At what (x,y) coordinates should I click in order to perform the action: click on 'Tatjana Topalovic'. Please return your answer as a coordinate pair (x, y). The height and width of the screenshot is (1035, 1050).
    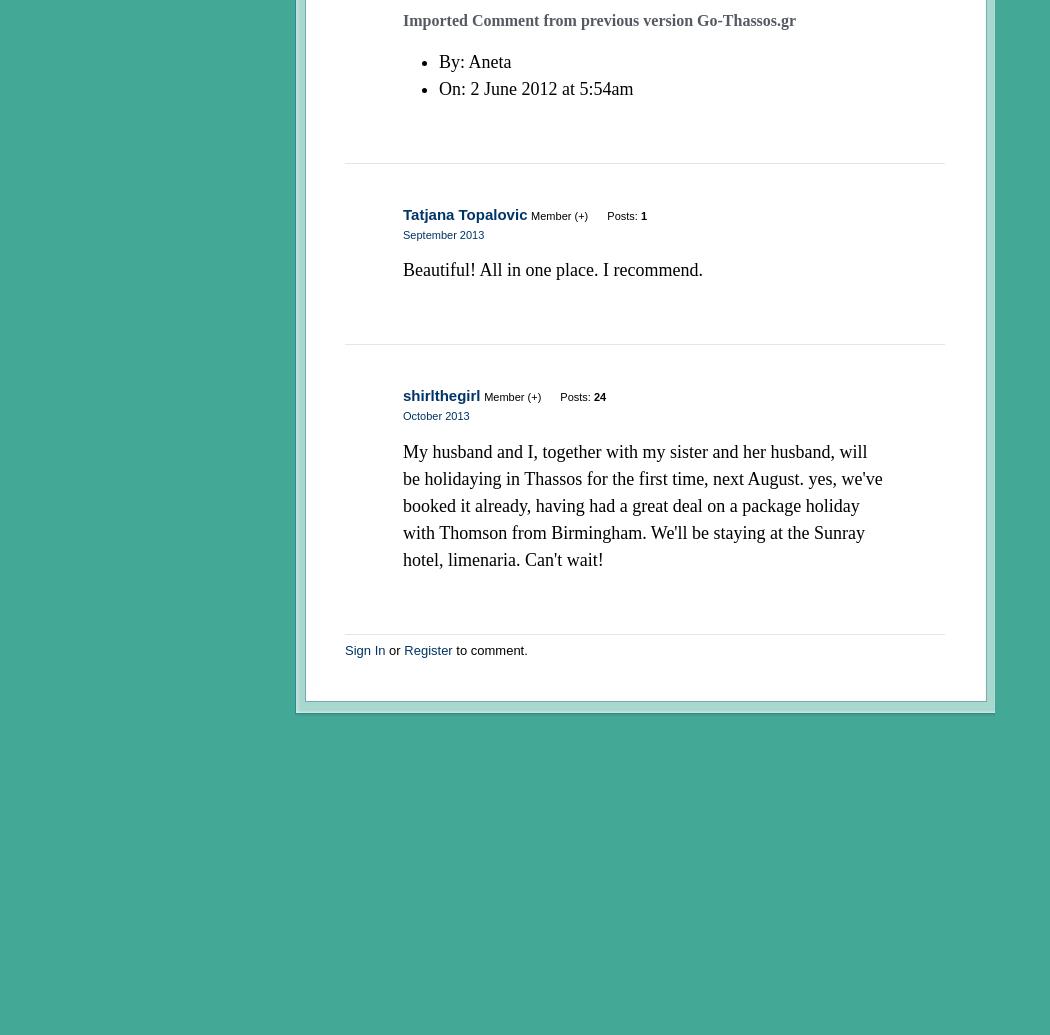
    Looking at the image, I should click on (402, 213).